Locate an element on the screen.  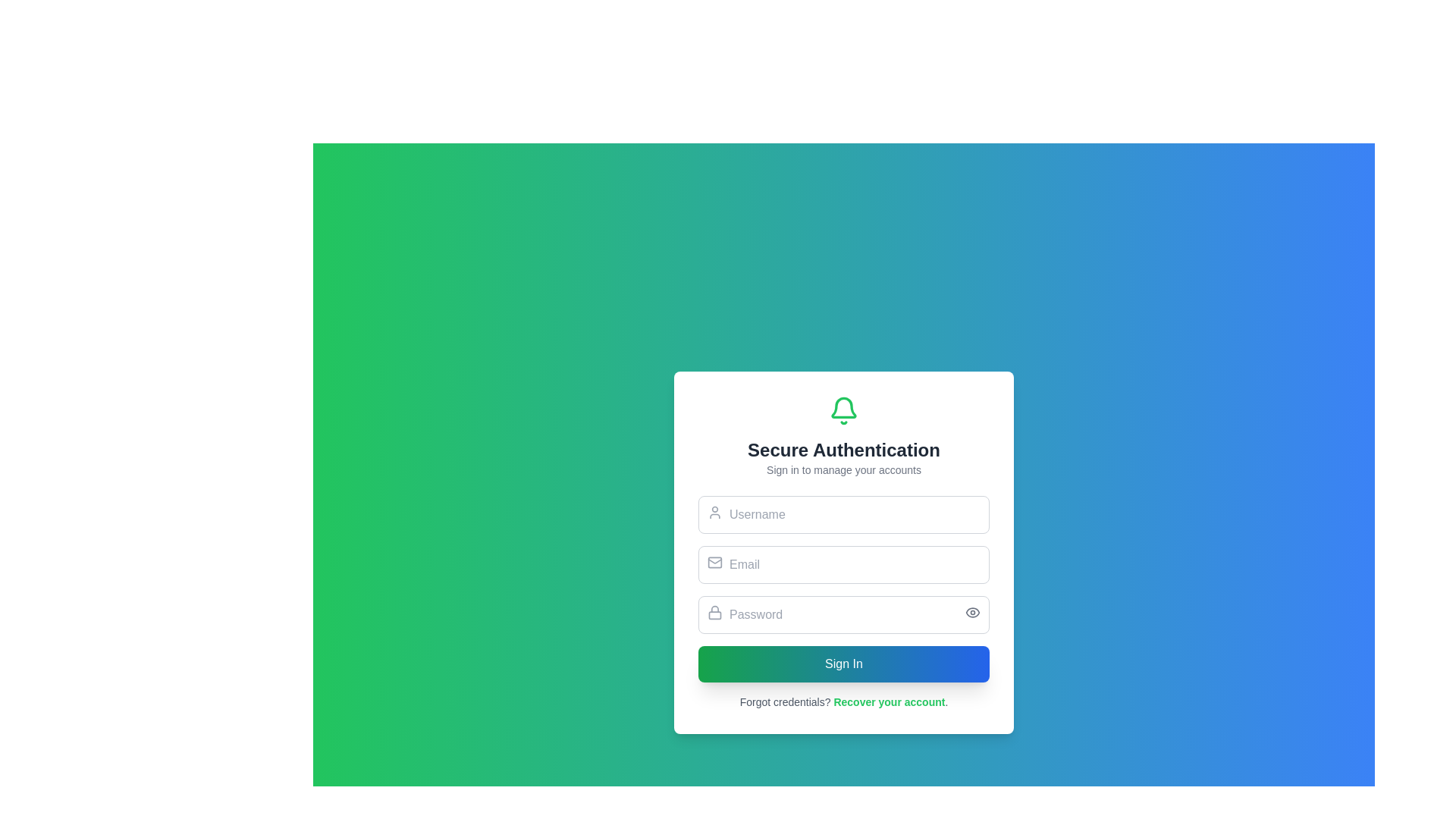
to select the email input field located below the 'Username' field and above the 'Password' field in the Secure Authentication form is located at coordinates (843, 553).